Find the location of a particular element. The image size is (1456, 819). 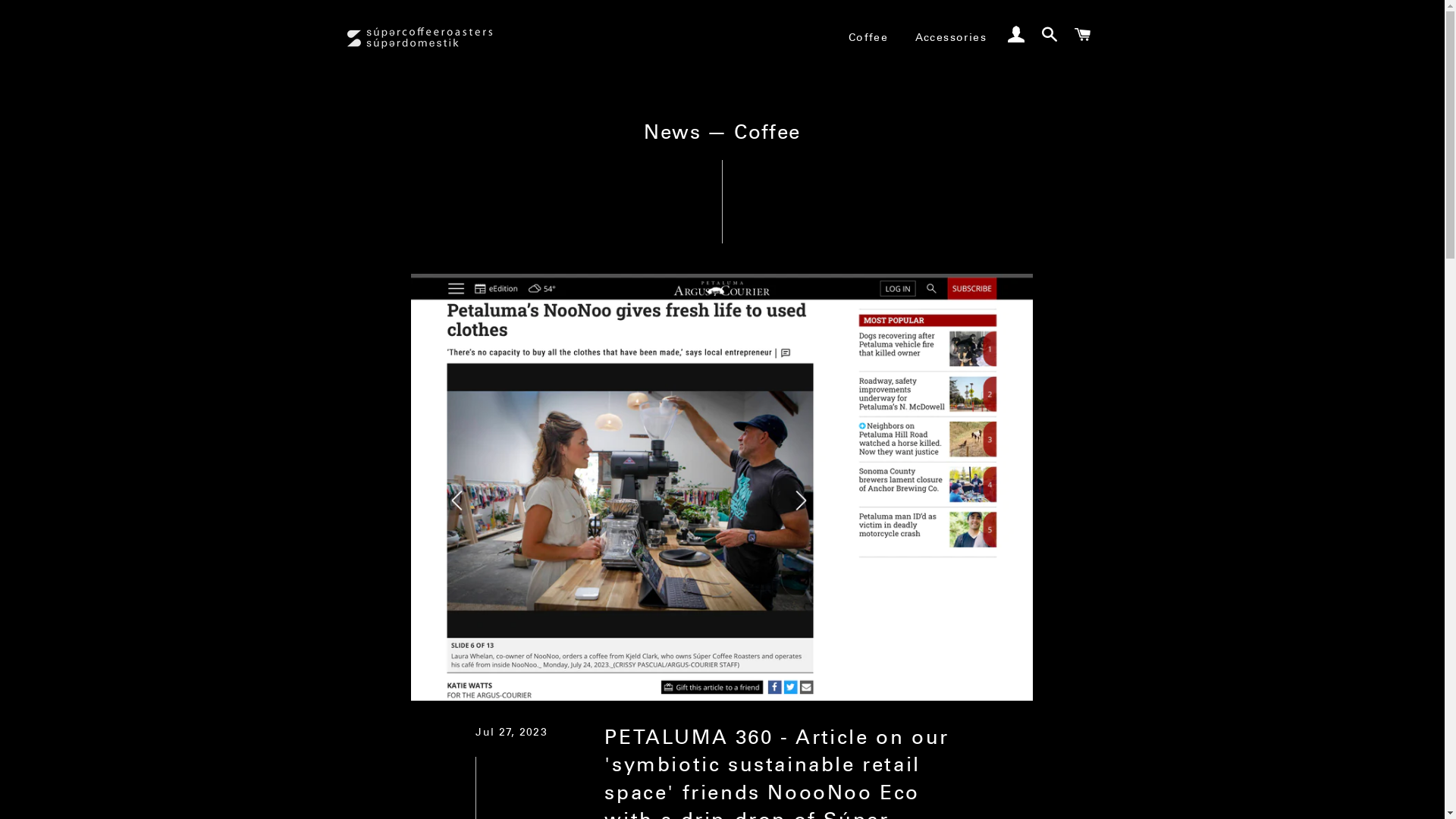

'Log In' is located at coordinates (1015, 34).